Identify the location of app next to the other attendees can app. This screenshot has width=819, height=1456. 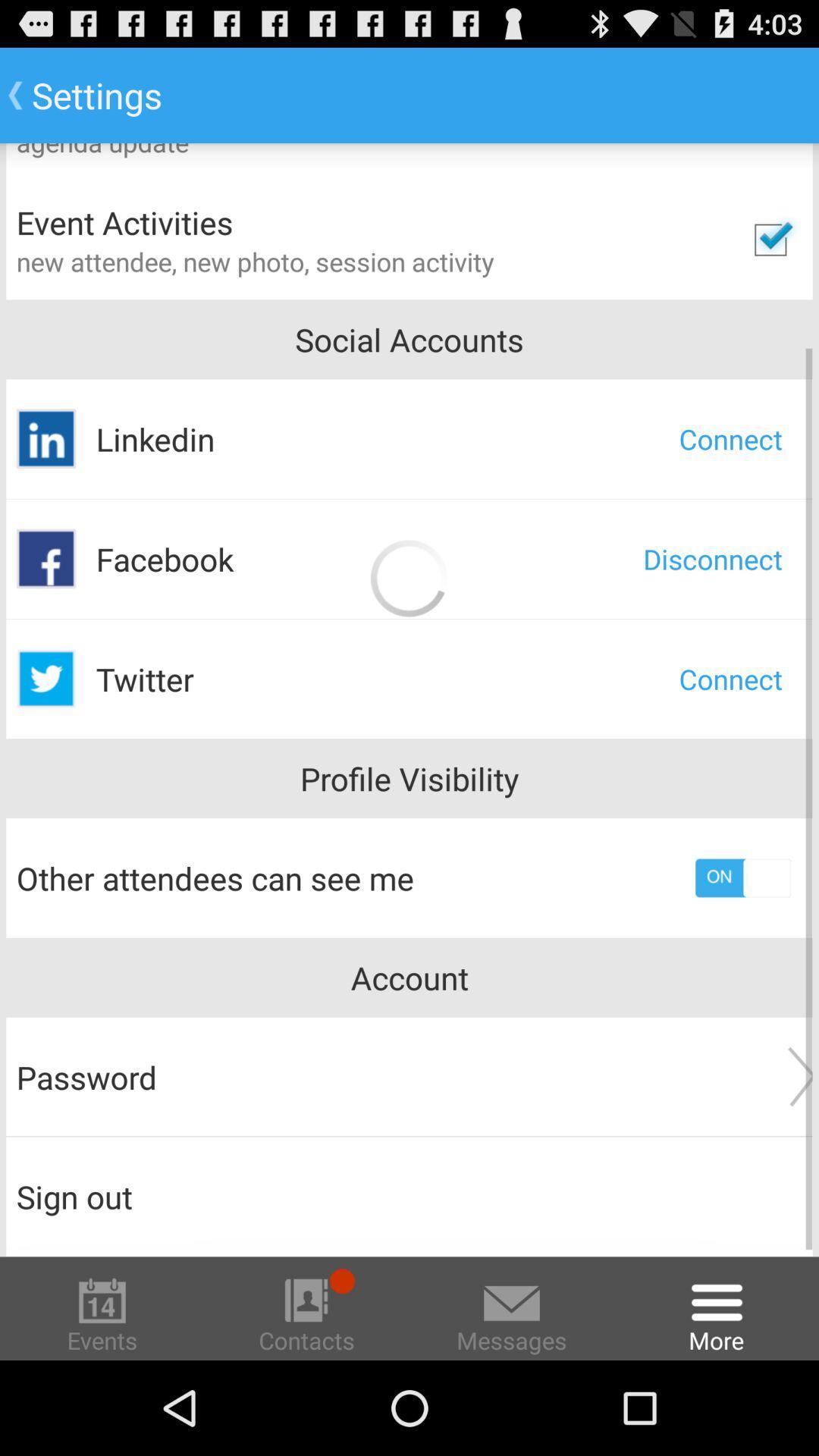
(742, 877).